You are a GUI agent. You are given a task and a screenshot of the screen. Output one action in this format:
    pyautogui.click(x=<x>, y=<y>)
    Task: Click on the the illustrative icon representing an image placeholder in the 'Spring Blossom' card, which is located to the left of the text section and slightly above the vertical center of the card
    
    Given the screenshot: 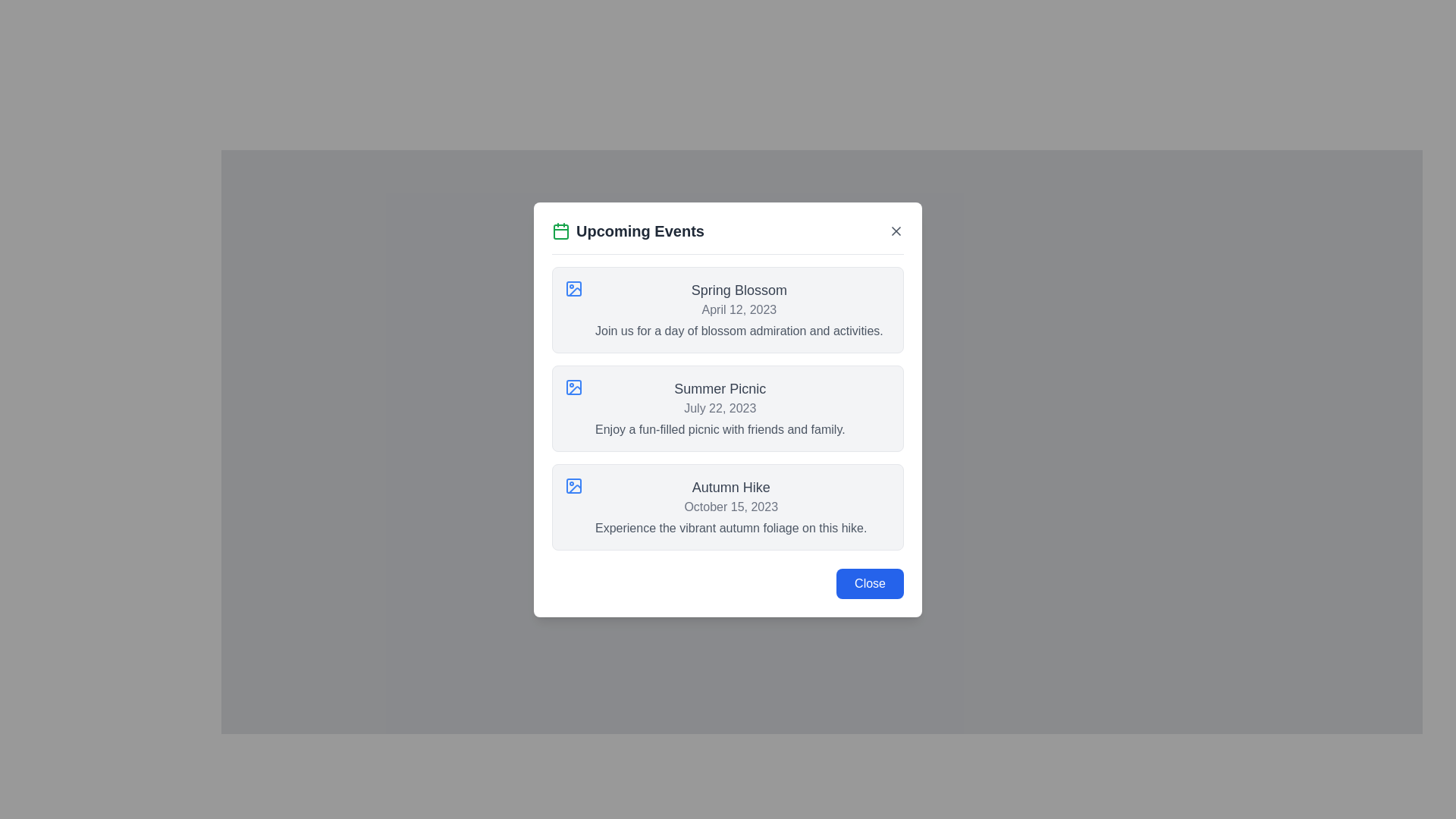 What is the action you would take?
    pyautogui.click(x=573, y=288)
    